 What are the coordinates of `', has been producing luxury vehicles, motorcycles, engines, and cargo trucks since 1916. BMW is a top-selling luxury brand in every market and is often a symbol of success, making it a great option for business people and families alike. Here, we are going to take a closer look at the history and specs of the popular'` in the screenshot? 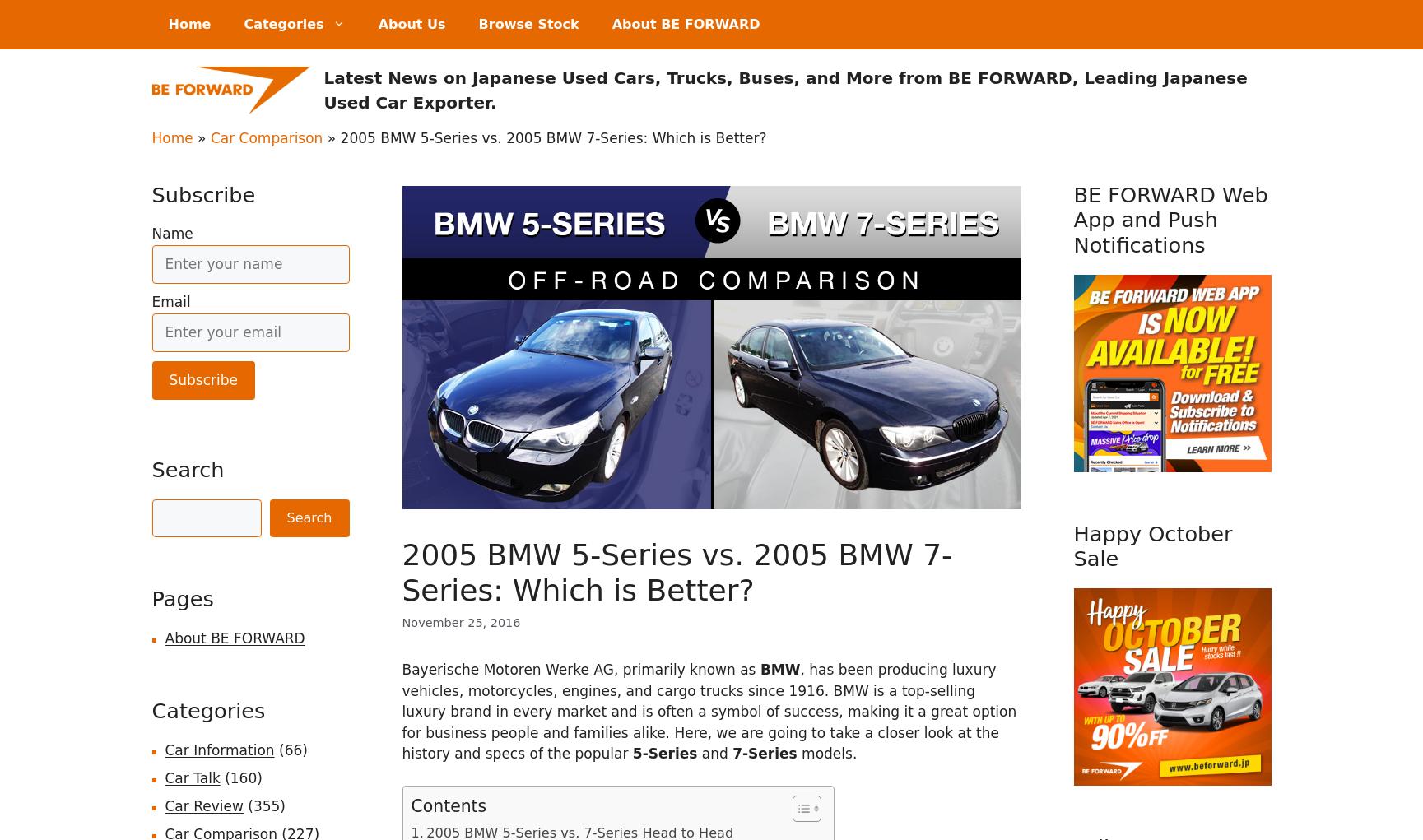 It's located at (709, 710).